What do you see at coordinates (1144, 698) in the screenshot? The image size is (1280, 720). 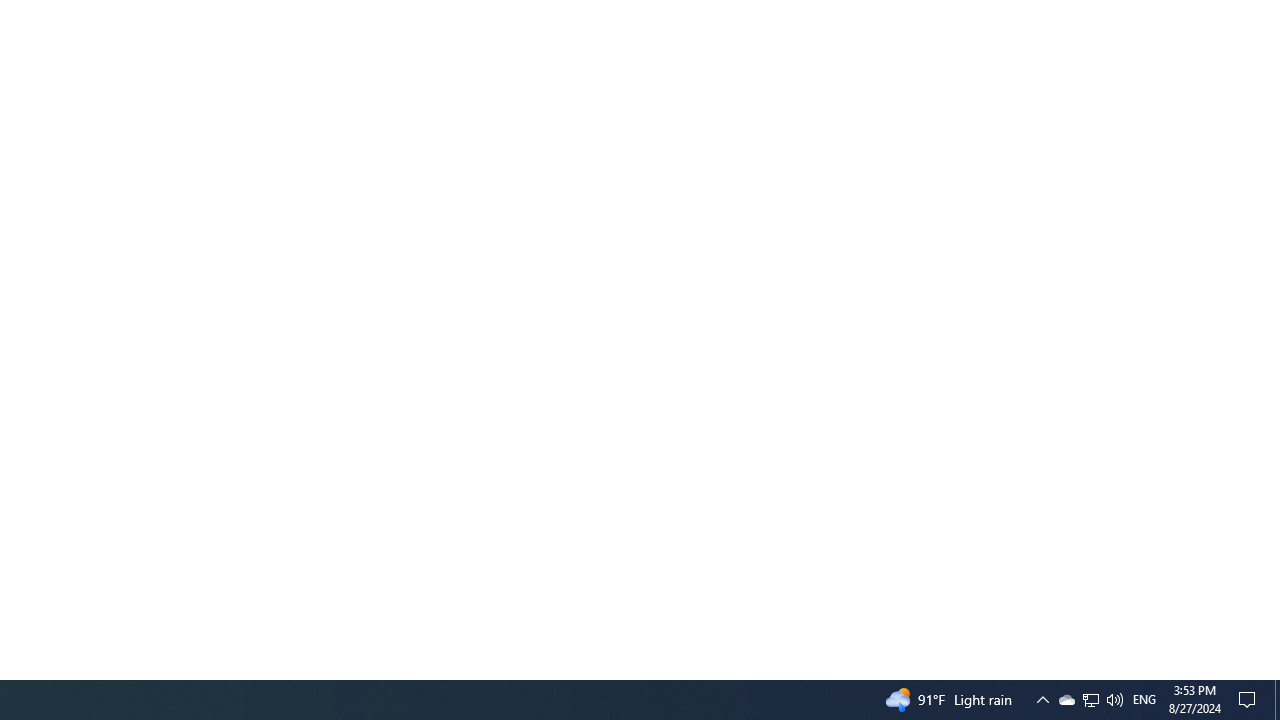 I see `'Tray Input Indicator - English (United States)'` at bounding box center [1144, 698].